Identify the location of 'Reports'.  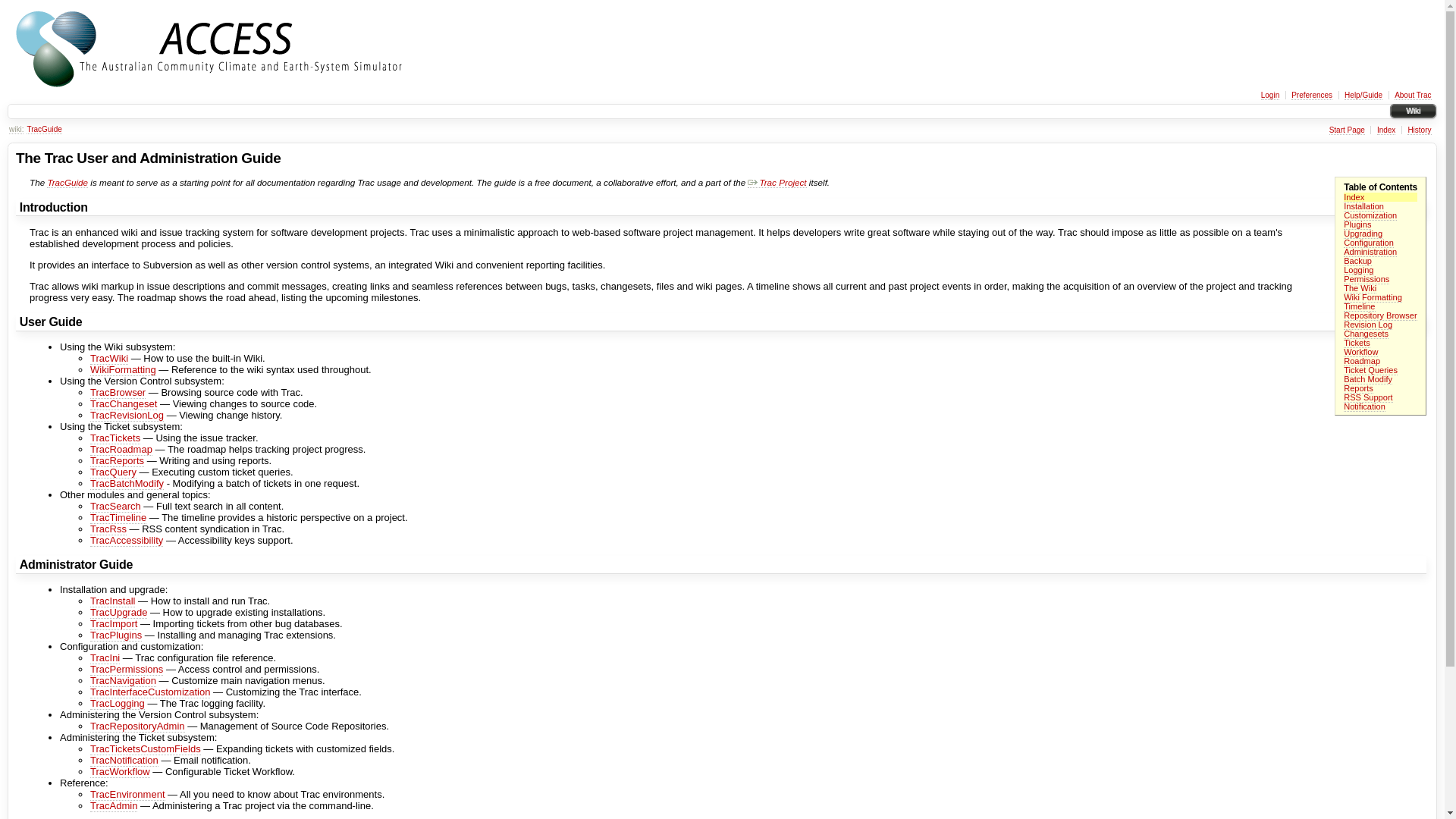
(1358, 388).